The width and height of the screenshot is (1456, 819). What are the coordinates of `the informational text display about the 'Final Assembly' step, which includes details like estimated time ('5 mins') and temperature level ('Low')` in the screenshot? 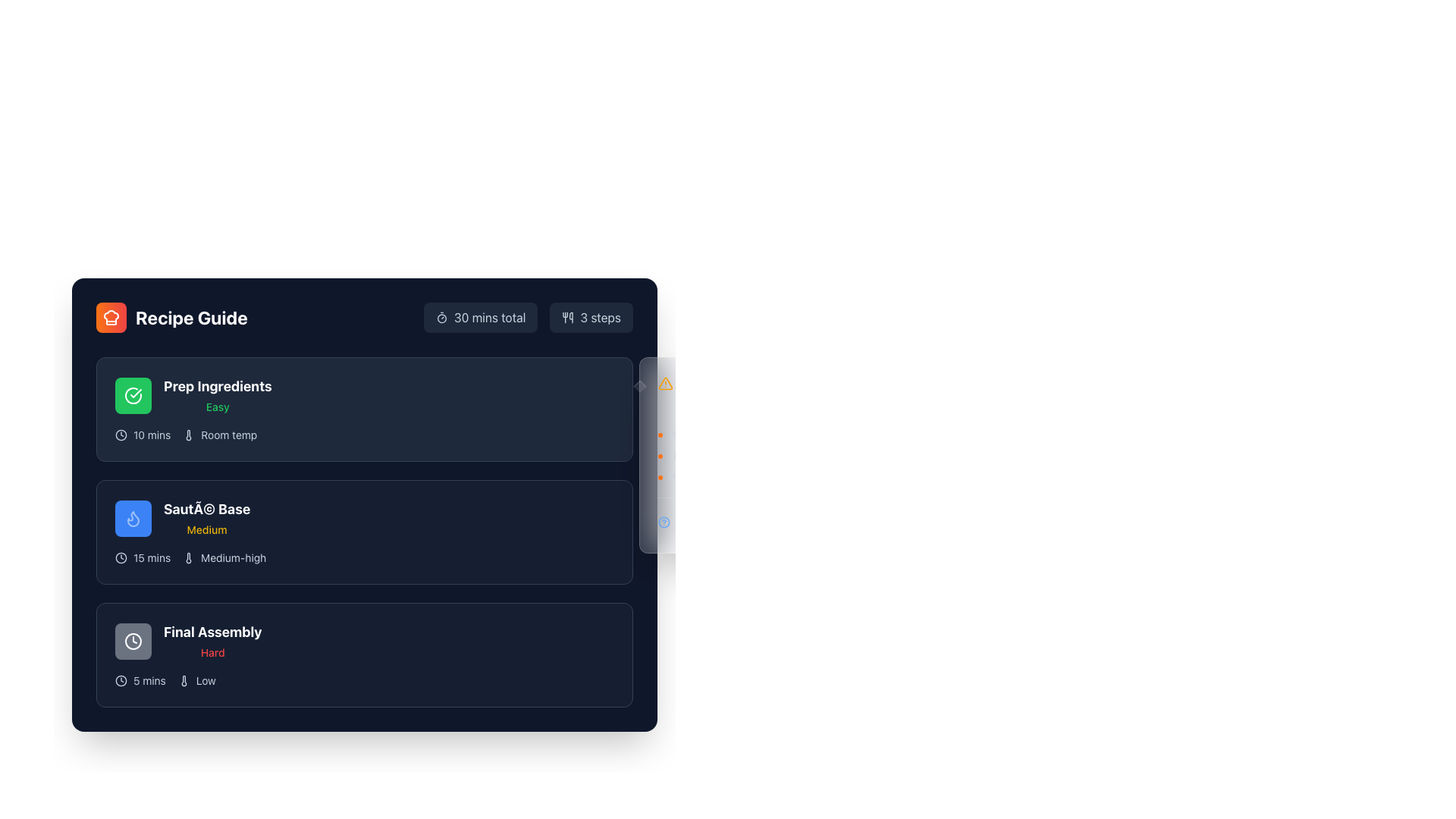 It's located at (364, 680).